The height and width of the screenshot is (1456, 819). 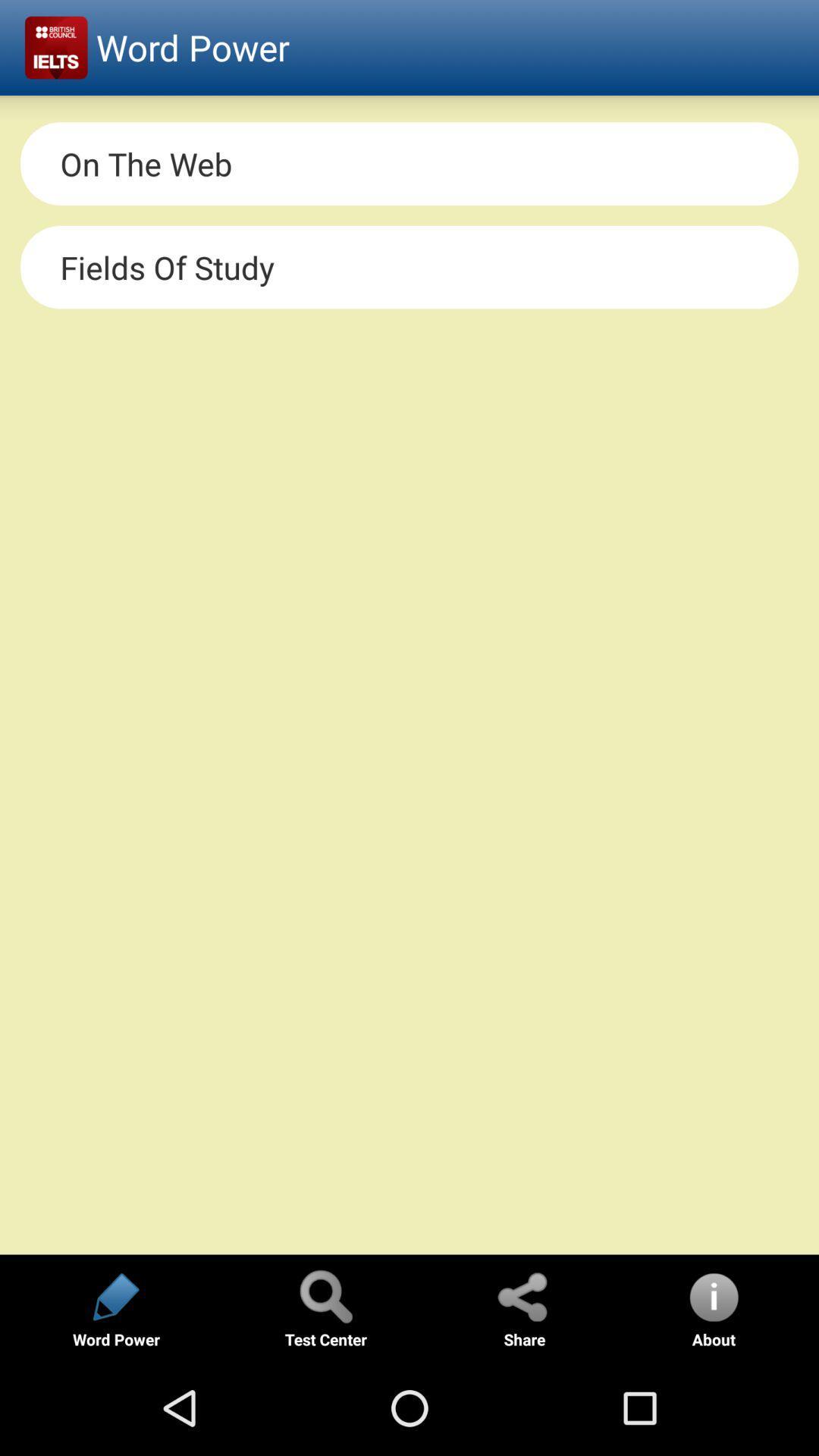 I want to click on item above fields of study, so click(x=409, y=164).